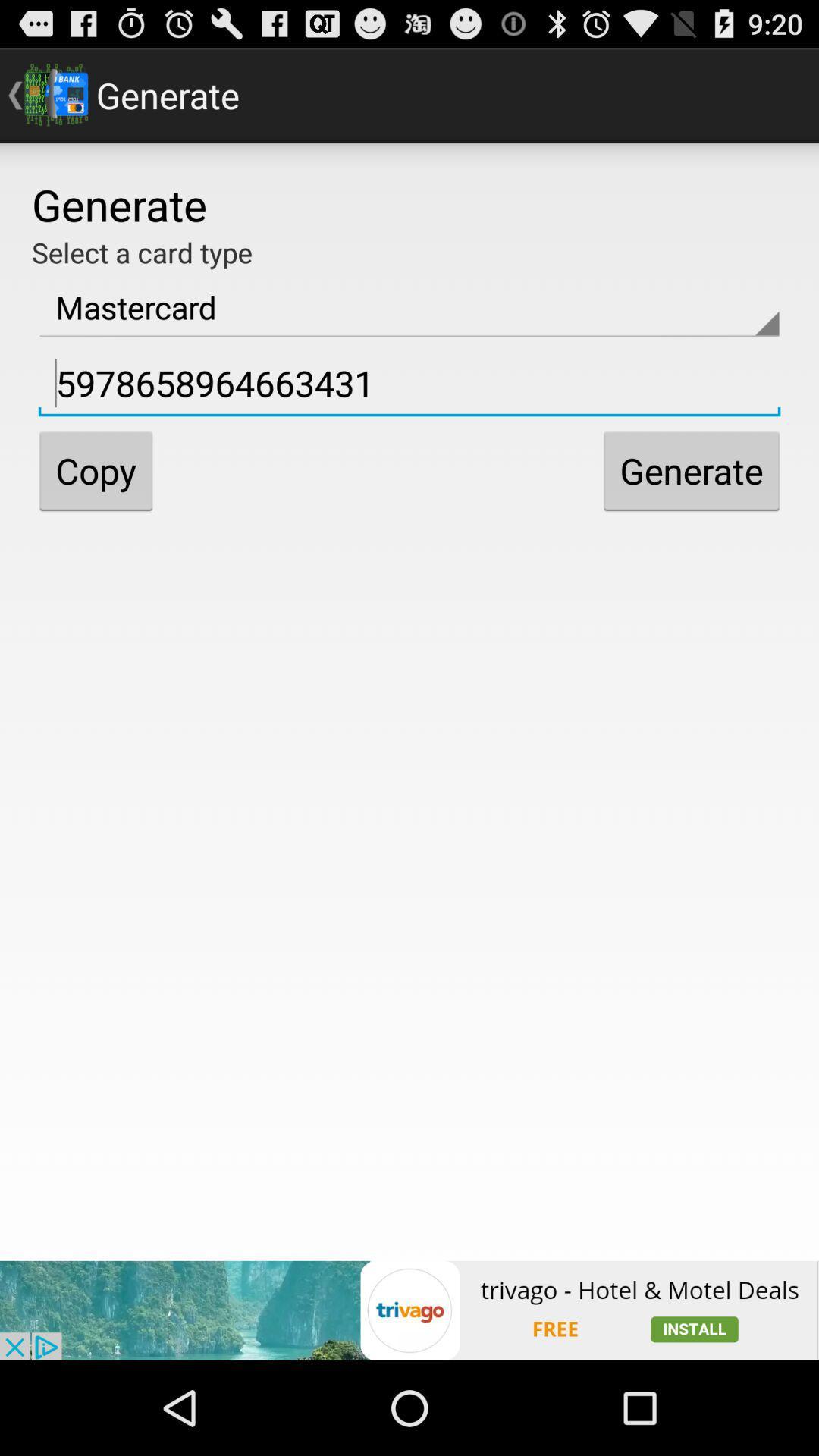 The image size is (819, 1456). I want to click on the option, so click(409, 1310).